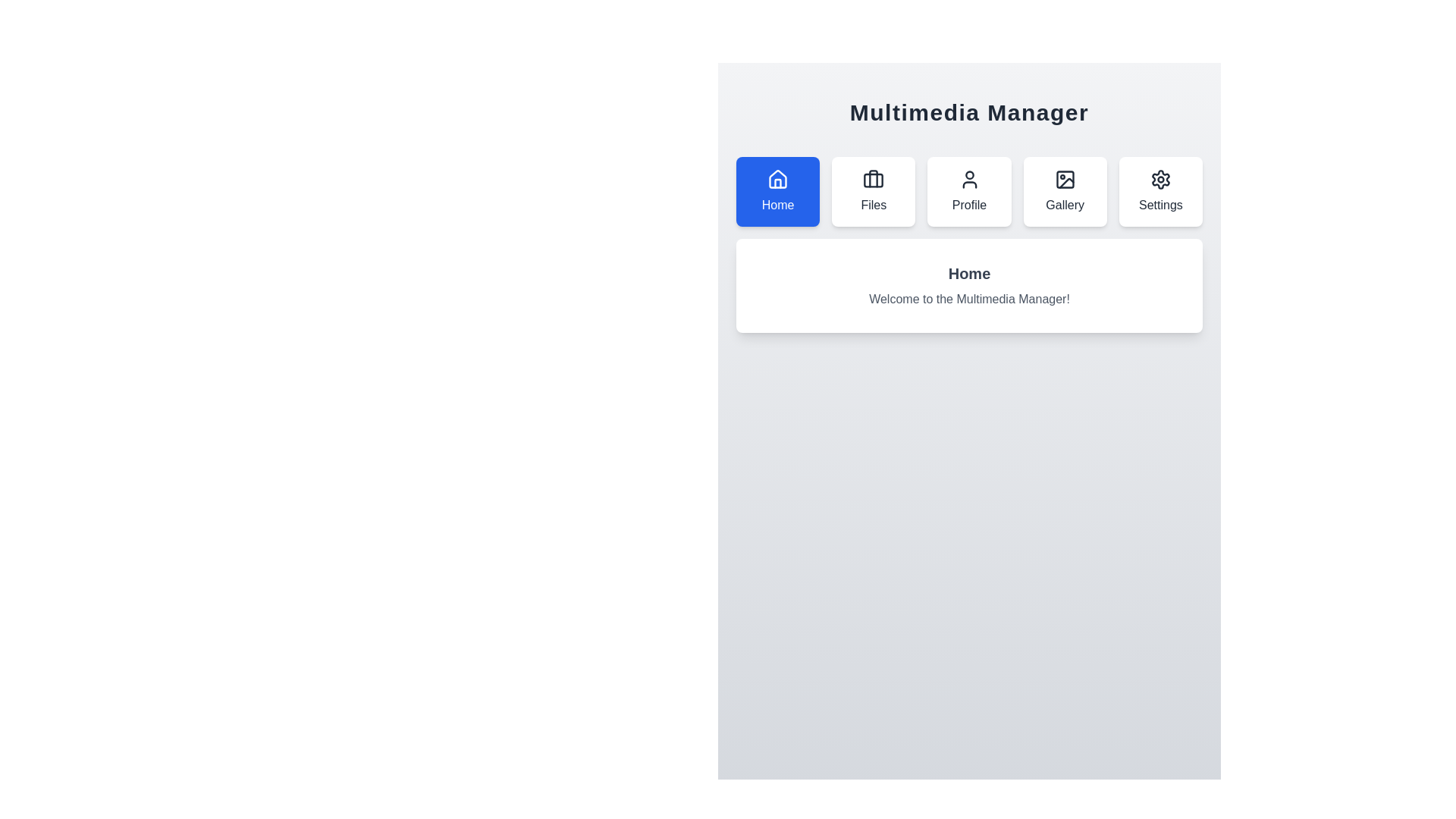 Image resolution: width=1456 pixels, height=819 pixels. Describe the element at coordinates (874, 178) in the screenshot. I see `the 'Files' icon, which is the first graphical component of the second button in the navigation row, located below the header` at that location.